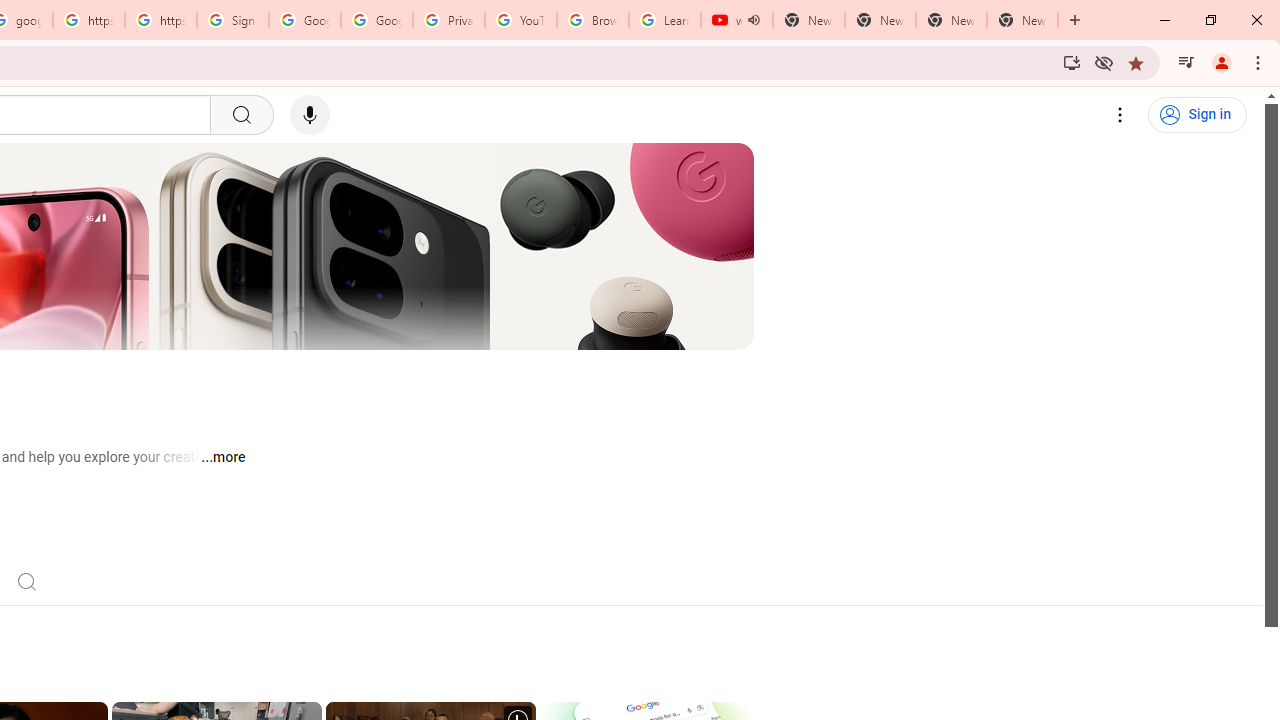 The image size is (1280, 720). I want to click on 'Mute tab', so click(752, 20).